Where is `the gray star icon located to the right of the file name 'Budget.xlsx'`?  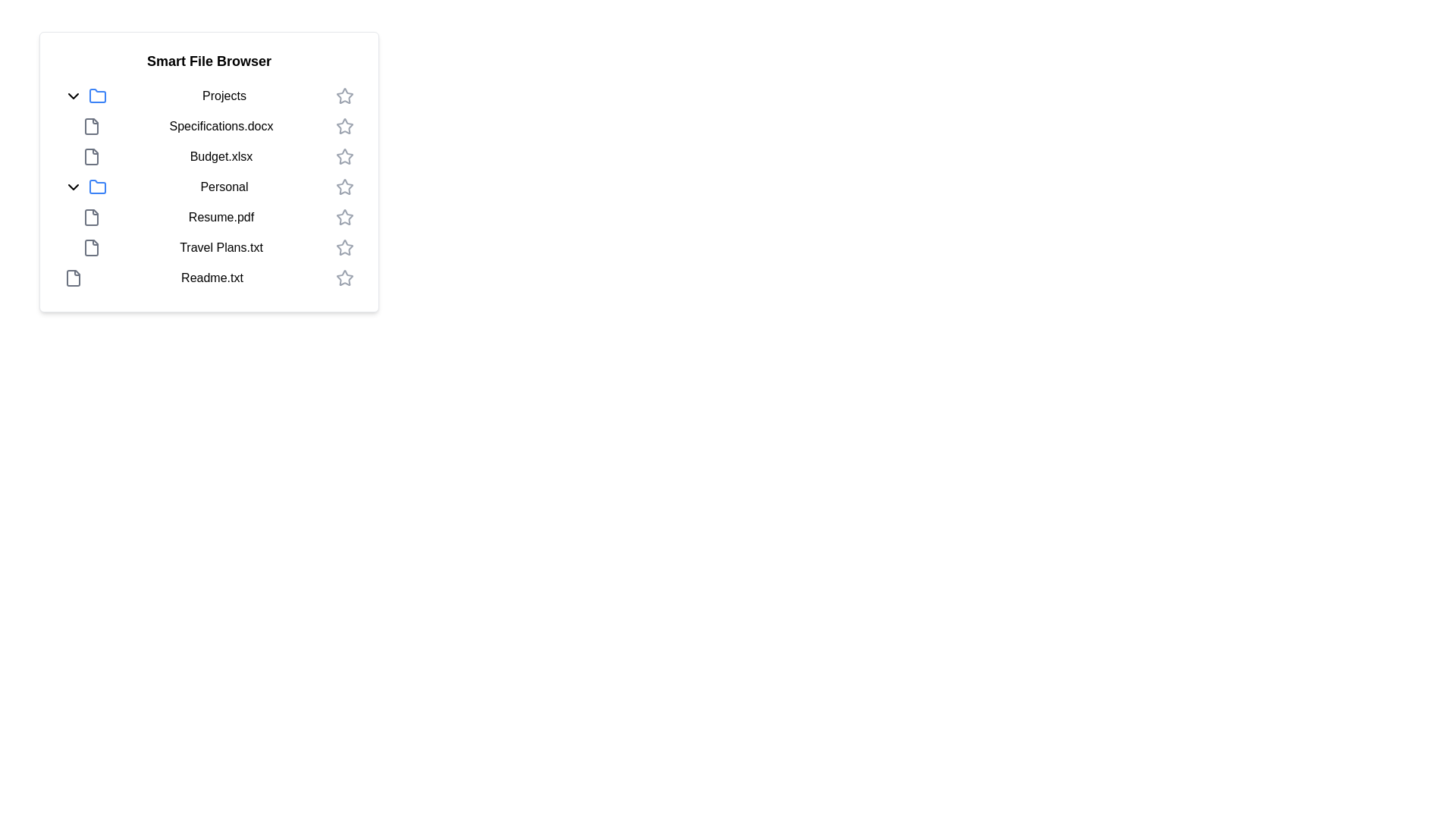 the gray star icon located to the right of the file name 'Budget.xlsx' is located at coordinates (344, 156).